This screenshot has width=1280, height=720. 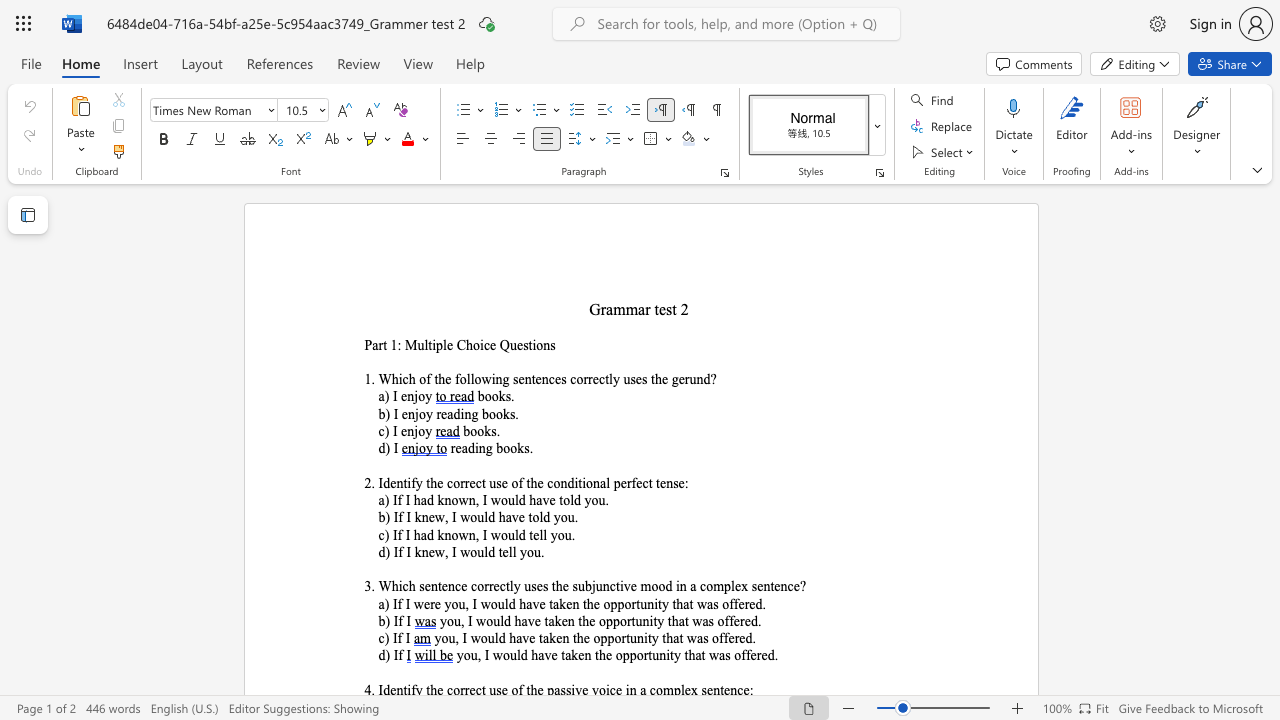 I want to click on the space between the continuous character "e" and "a" in the text, so click(x=460, y=447).